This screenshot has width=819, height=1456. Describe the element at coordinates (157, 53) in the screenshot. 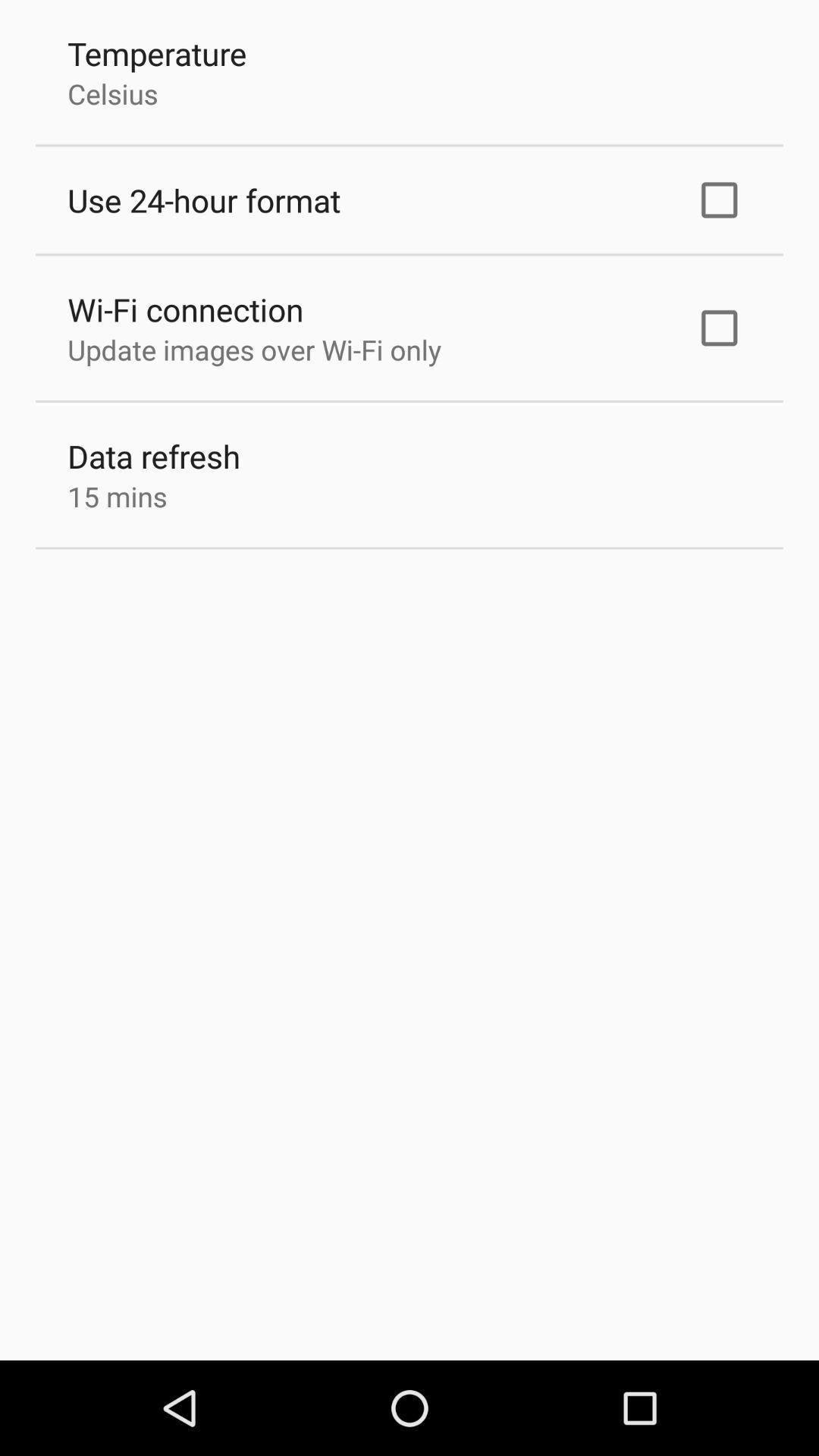

I see `the temperature app` at that location.